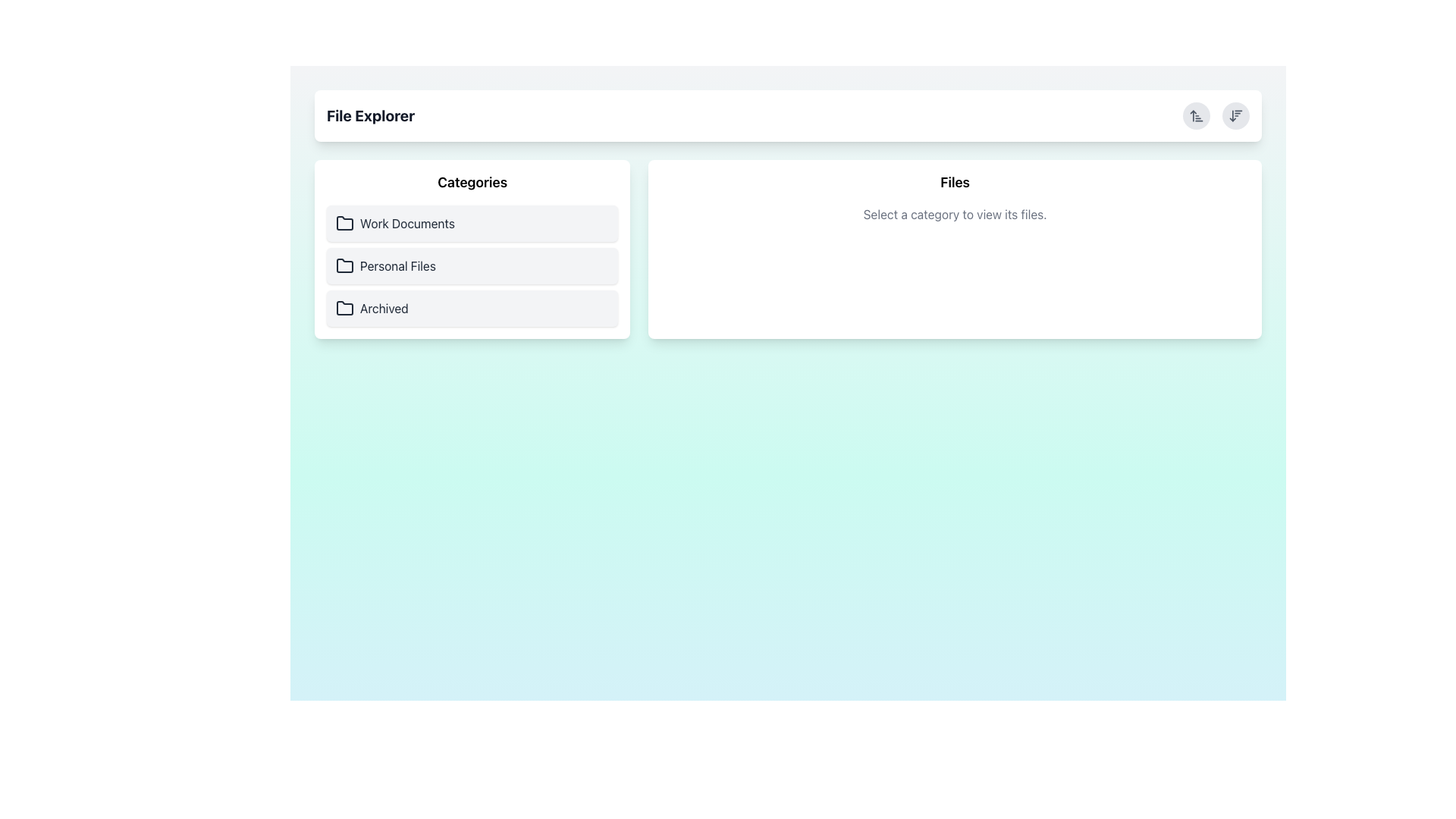 This screenshot has width=1456, height=819. Describe the element at coordinates (472, 248) in the screenshot. I see `the 'Personal Files' menu option in the left panel under 'Categories'` at that location.